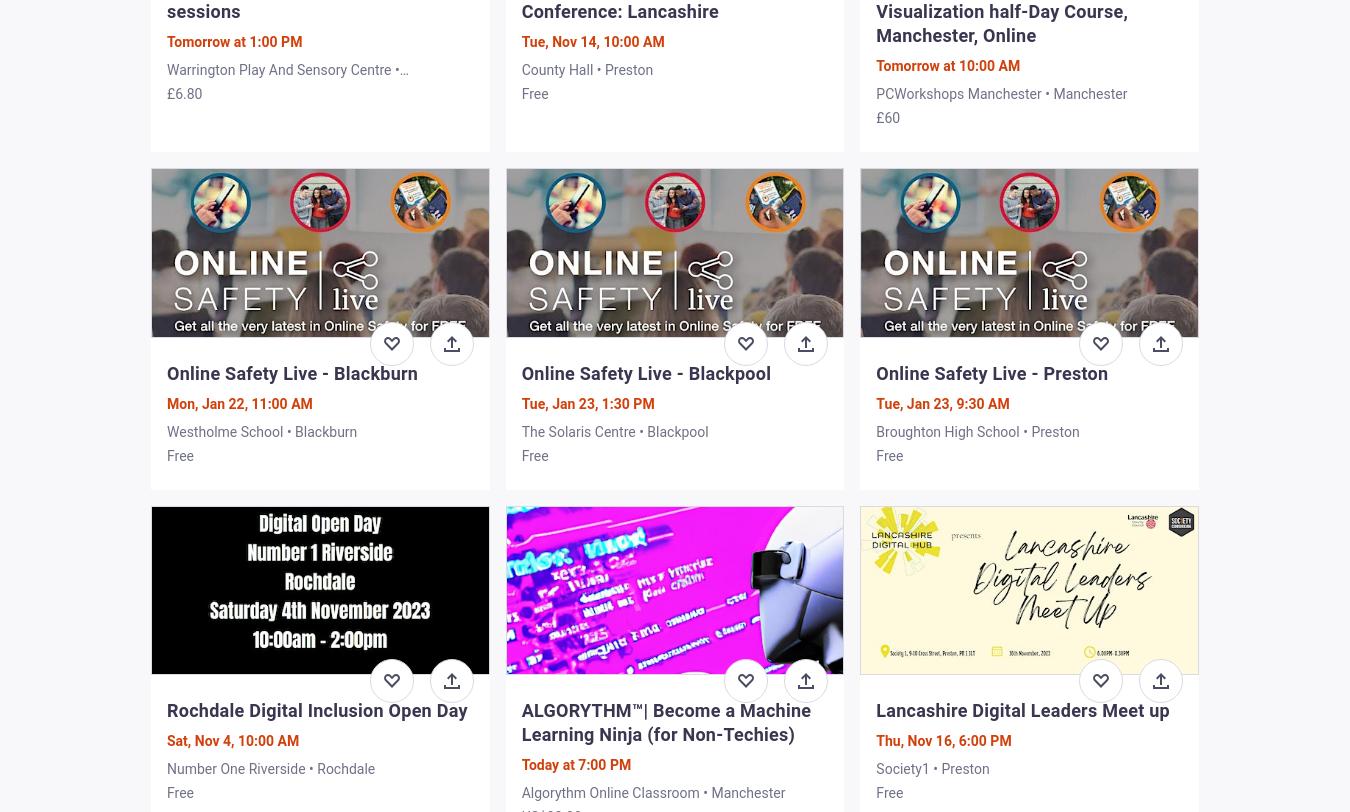 The height and width of the screenshot is (812, 1350). What do you see at coordinates (946, 66) in the screenshot?
I see `'Tomorrow at 10:00 AM'` at bounding box center [946, 66].